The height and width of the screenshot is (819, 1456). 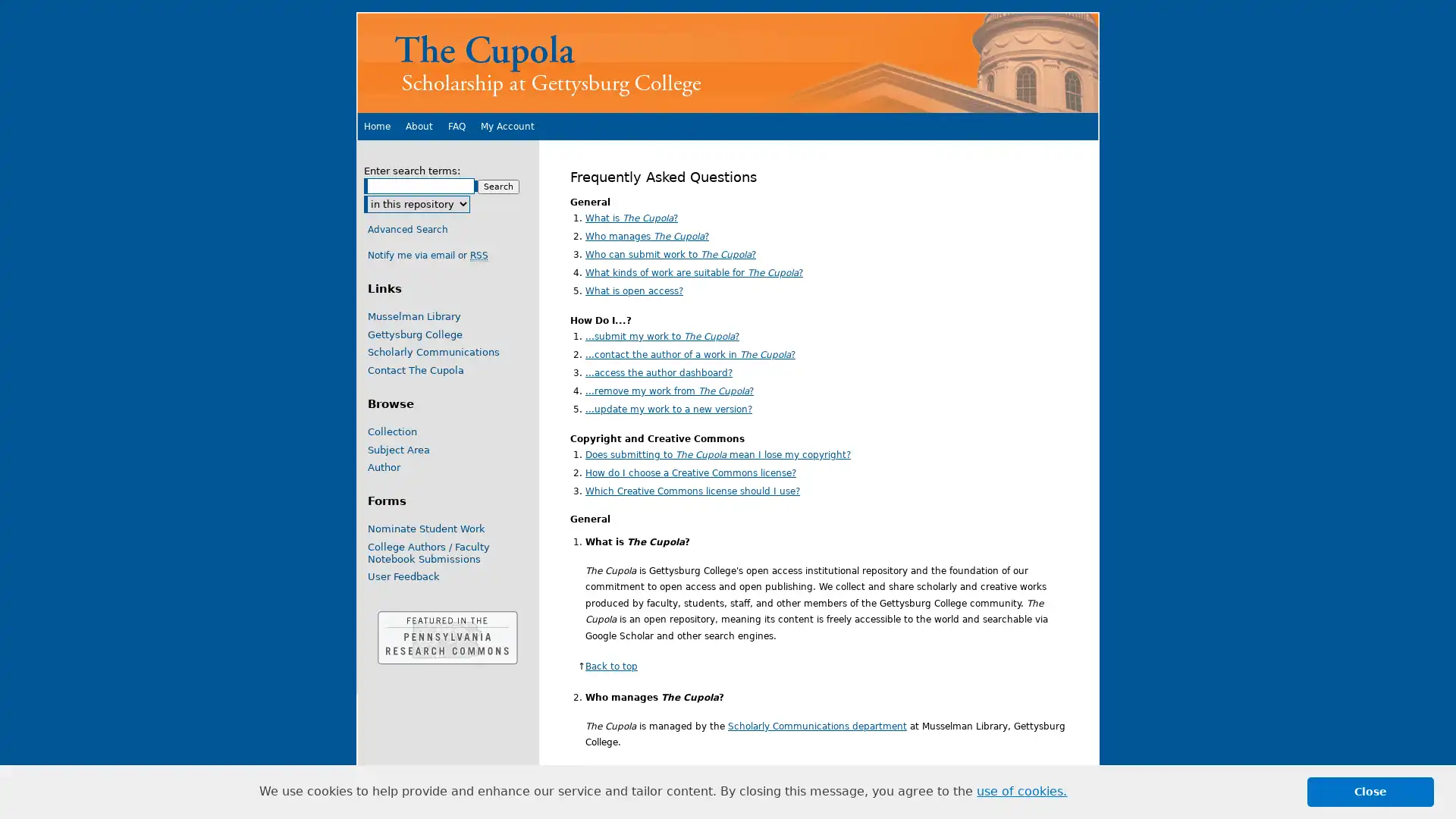 What do you see at coordinates (1021, 791) in the screenshot?
I see `learn more about cookies` at bounding box center [1021, 791].